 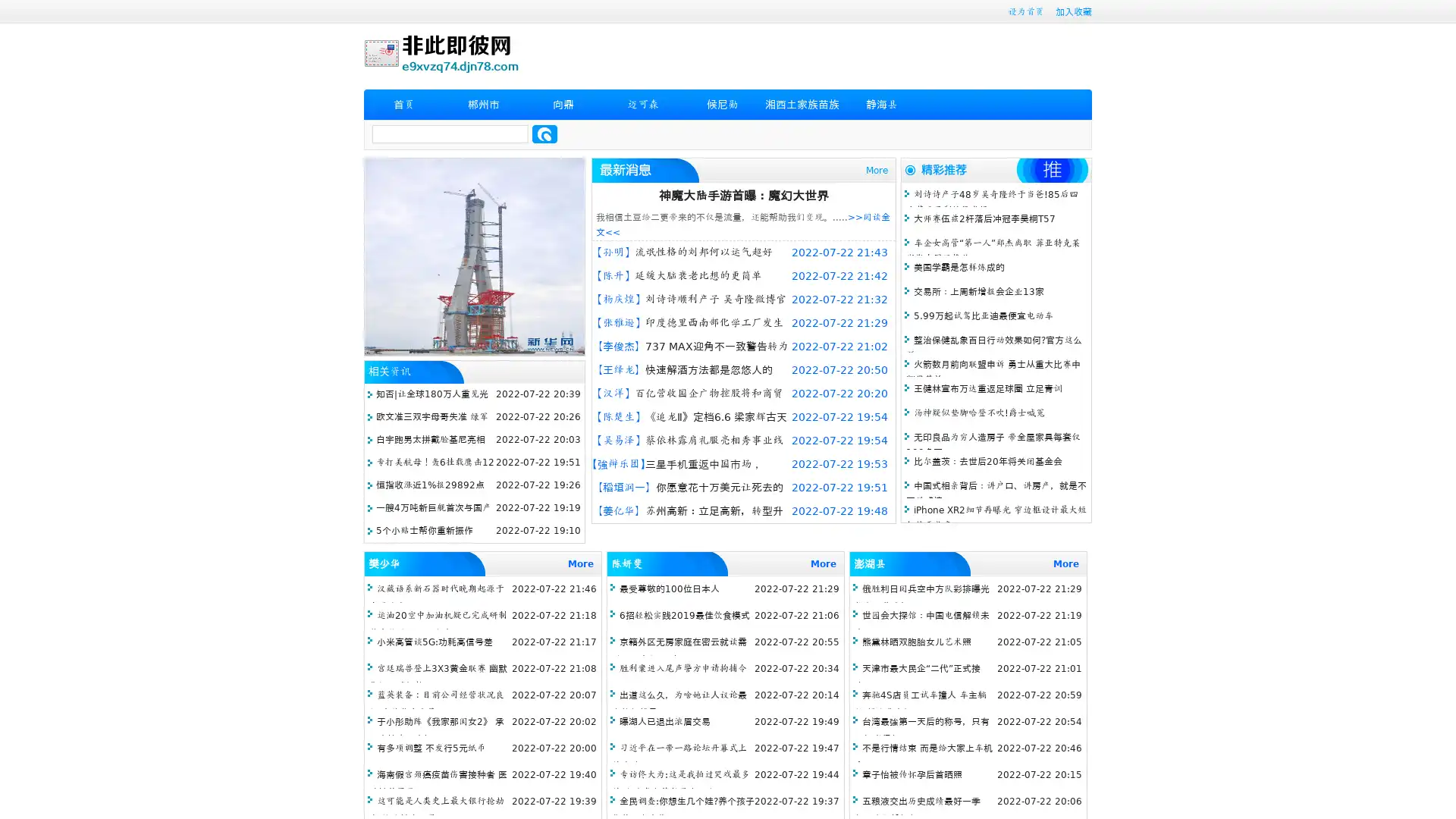 What do you see at coordinates (544, 133) in the screenshot?
I see `Search` at bounding box center [544, 133].